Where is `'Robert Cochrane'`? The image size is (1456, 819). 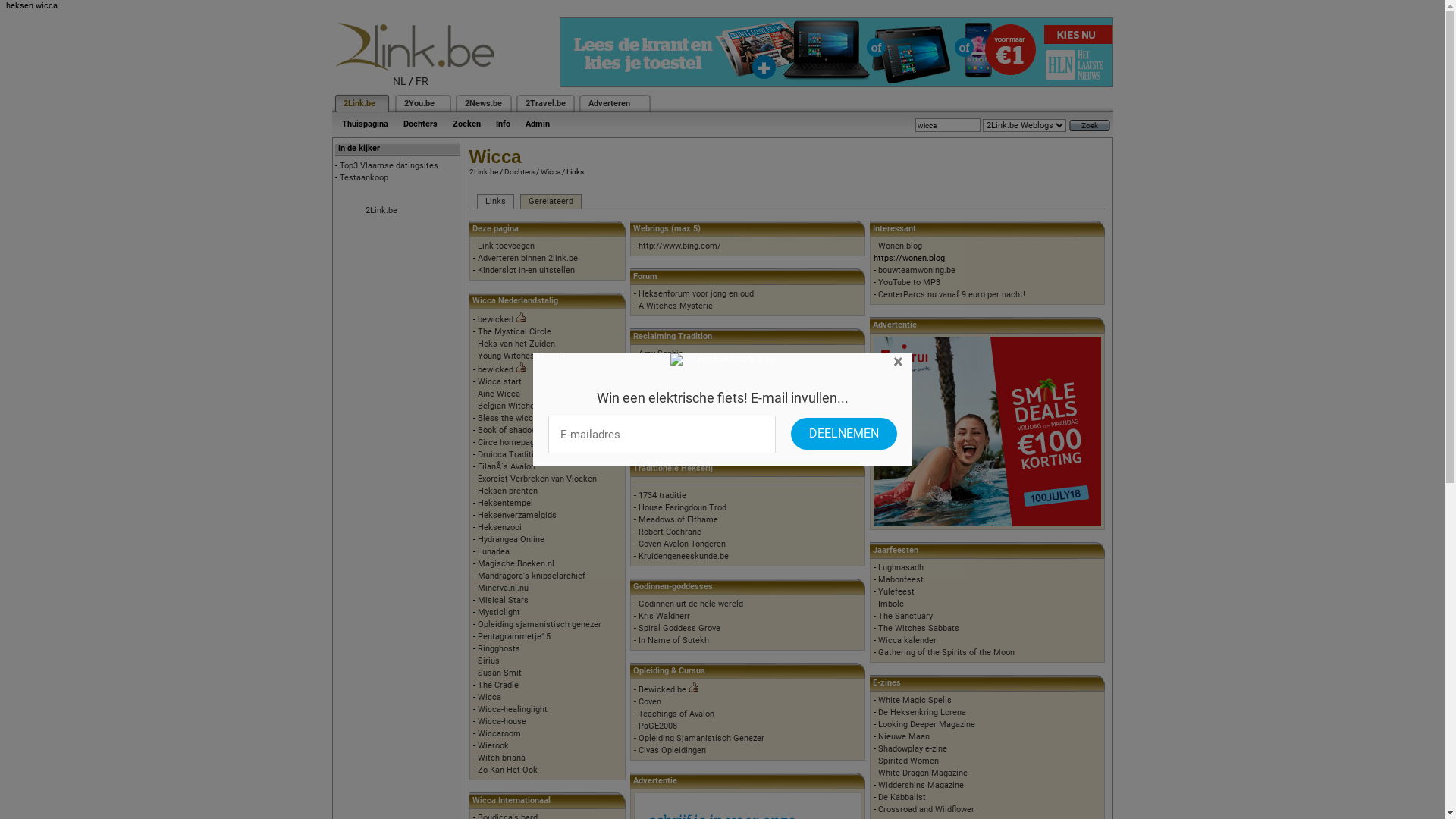 'Robert Cochrane' is located at coordinates (638, 531).